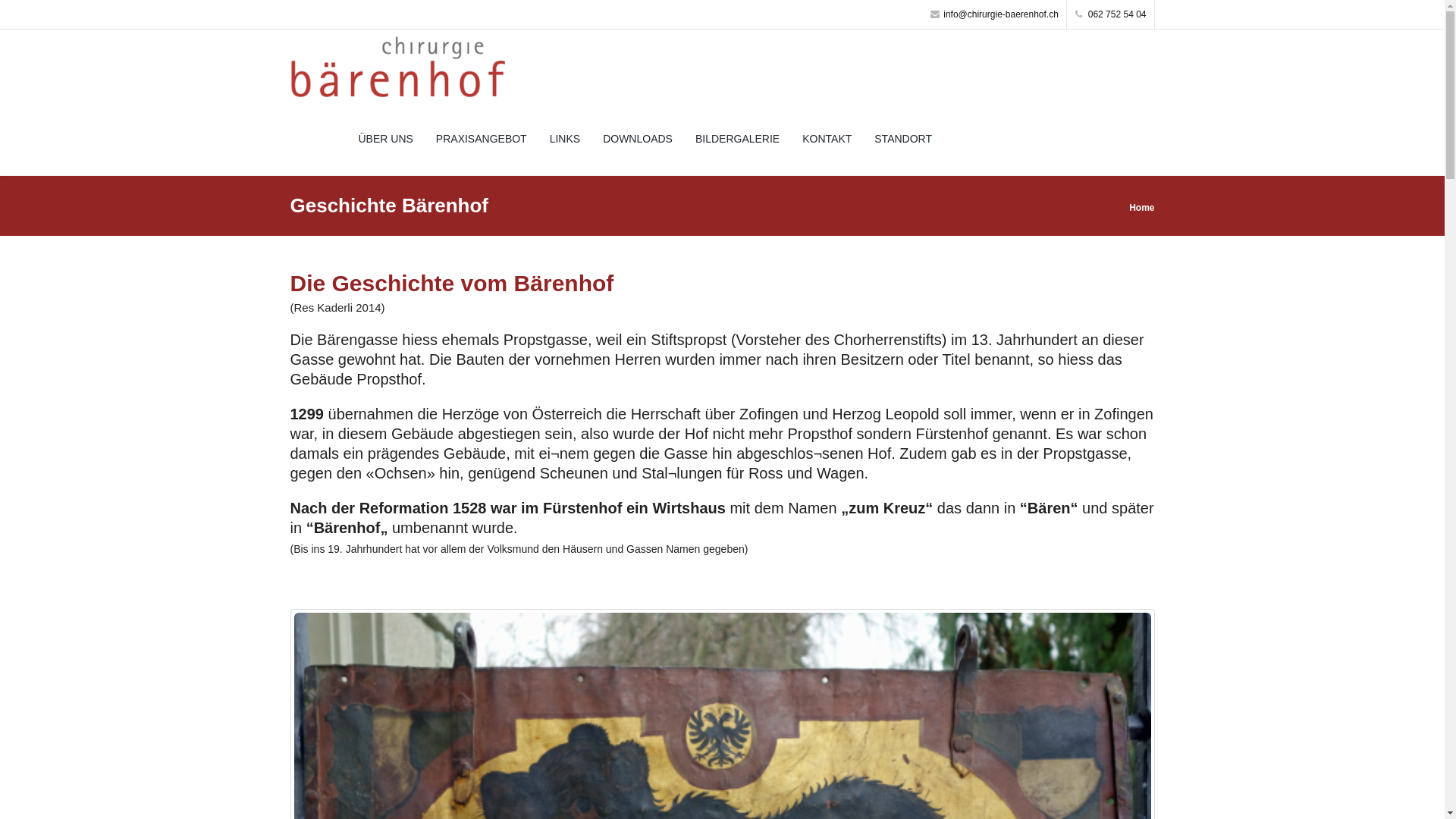  What do you see at coordinates (1110, 14) in the screenshot?
I see `' 062 752 54 04'` at bounding box center [1110, 14].